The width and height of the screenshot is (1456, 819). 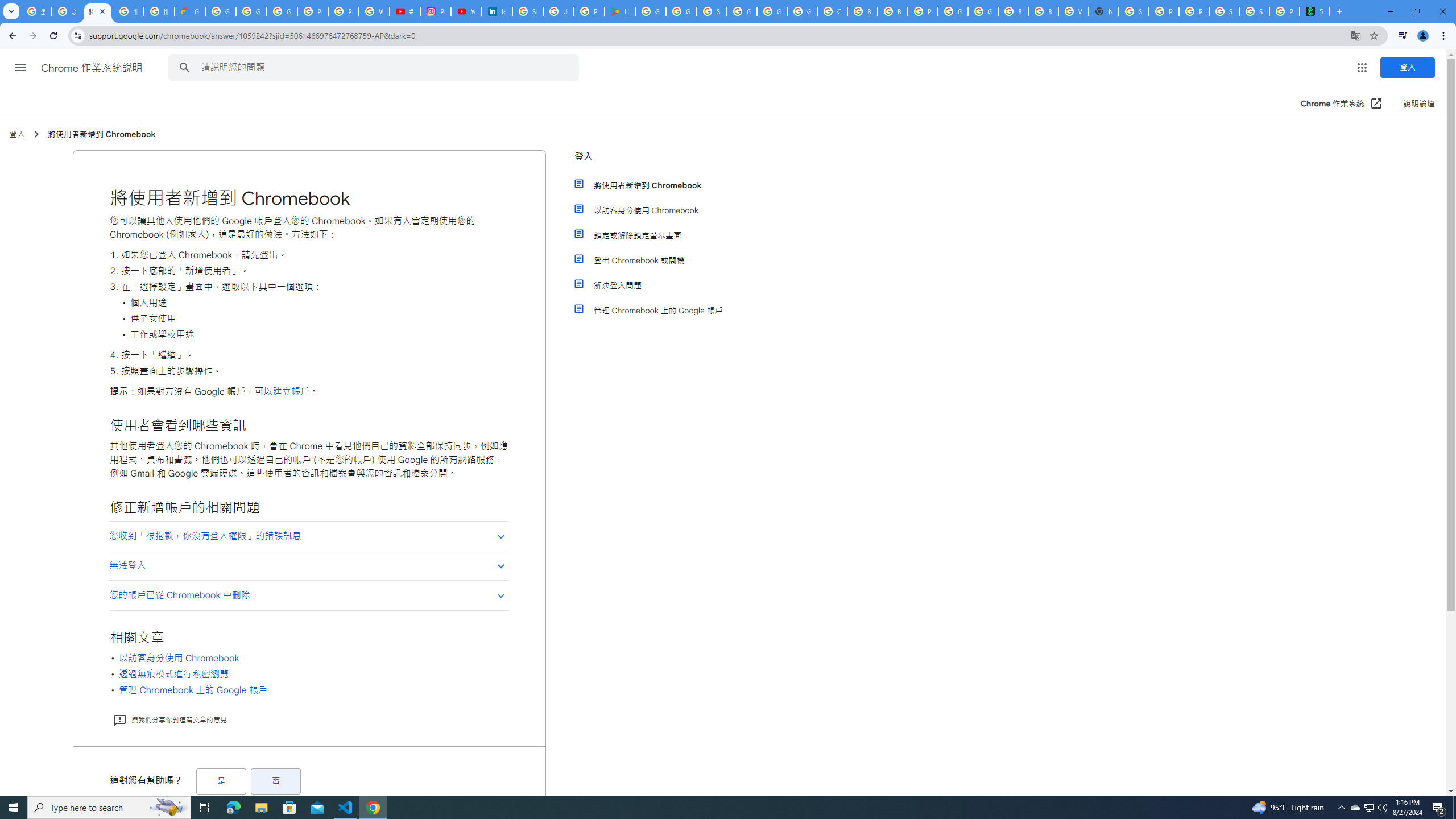 What do you see at coordinates (404, 11) in the screenshot?
I see `'#nbabasketballhighlights - YouTube'` at bounding box center [404, 11].